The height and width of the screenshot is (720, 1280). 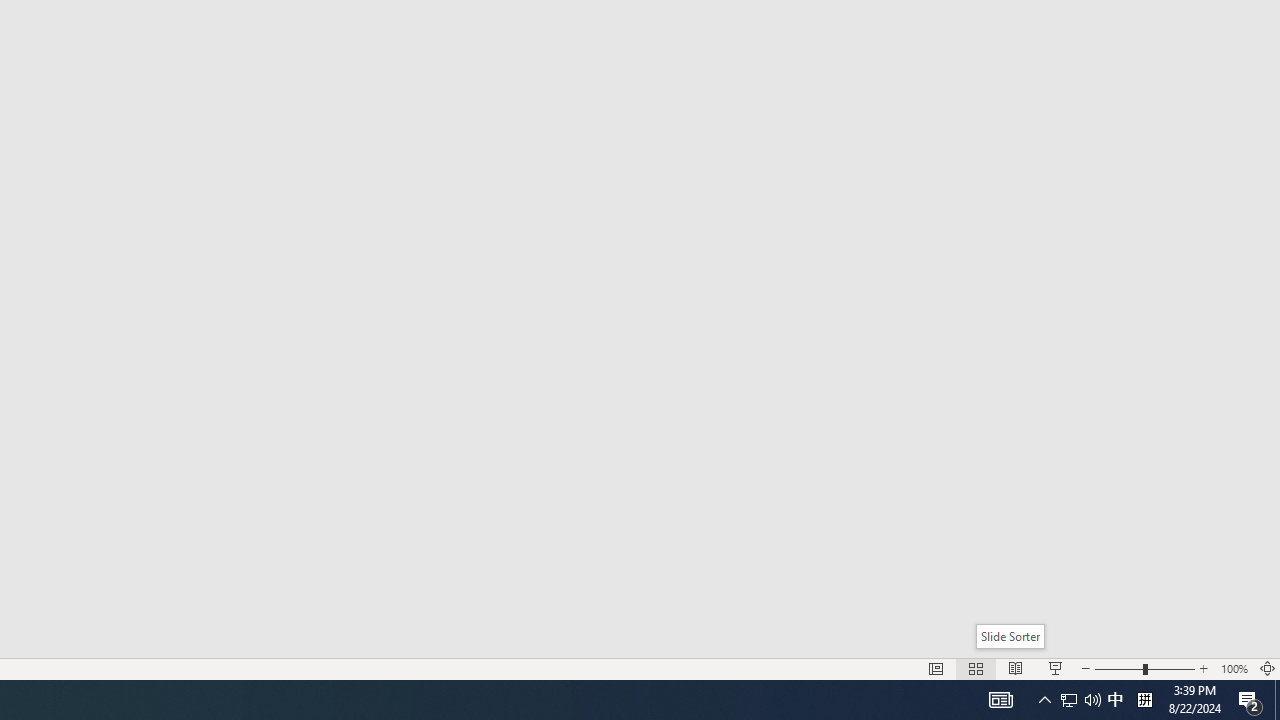 I want to click on 'Zoom to Fit ', so click(x=1266, y=669).